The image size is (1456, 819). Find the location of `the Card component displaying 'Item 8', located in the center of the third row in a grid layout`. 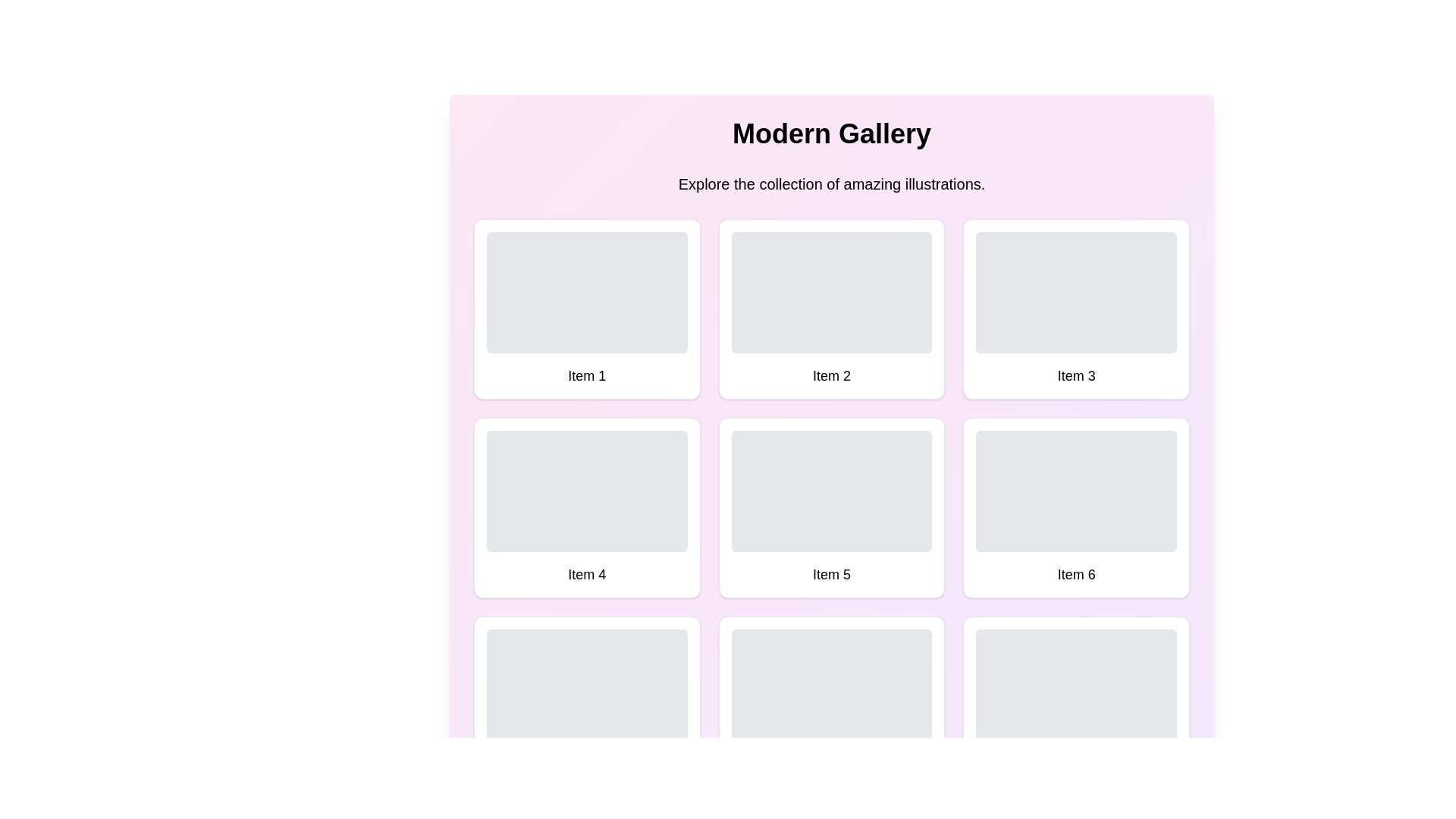

the Card component displaying 'Item 8', located in the center of the third row in a grid layout is located at coordinates (830, 707).